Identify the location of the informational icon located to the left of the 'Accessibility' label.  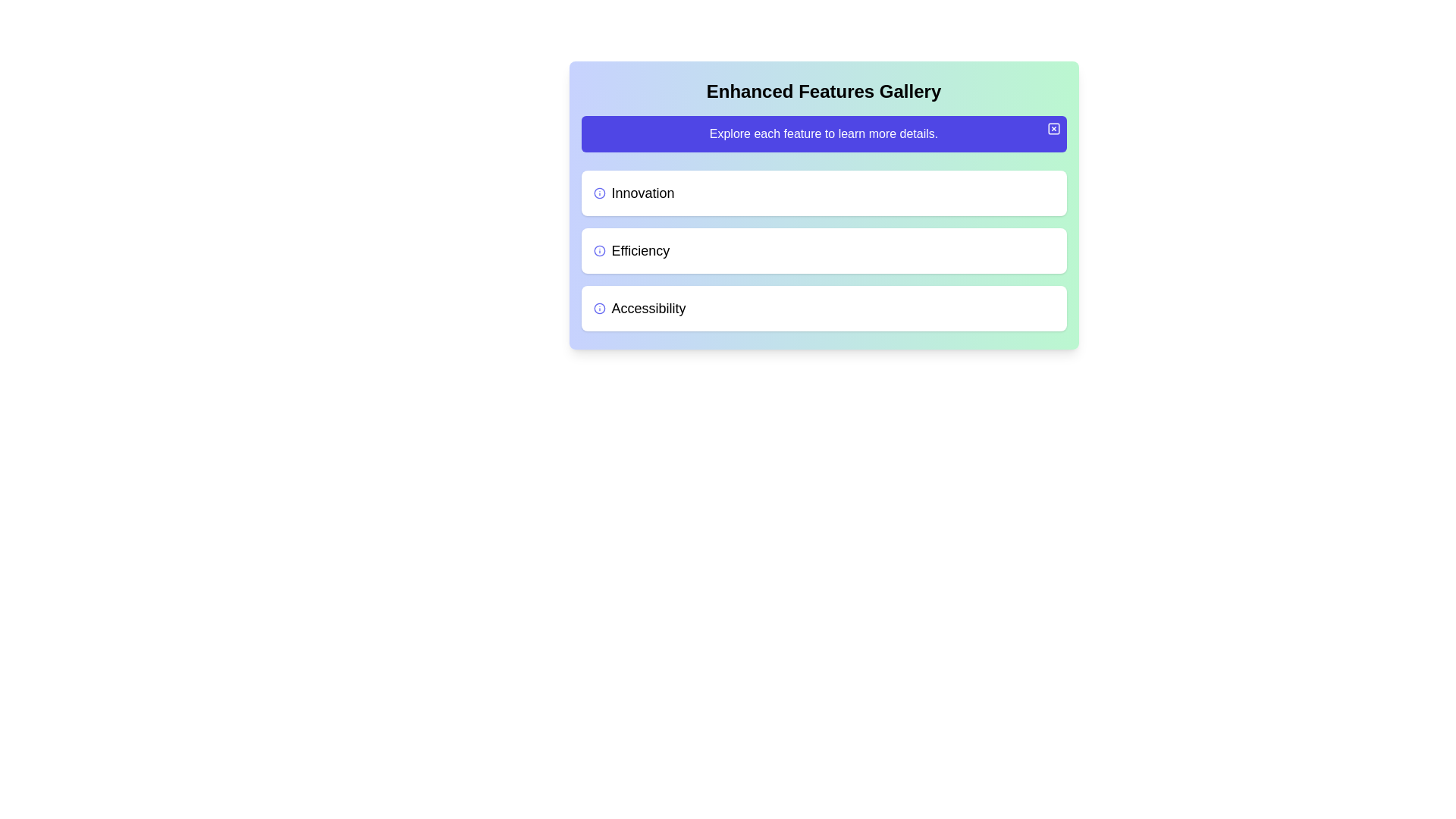
(598, 308).